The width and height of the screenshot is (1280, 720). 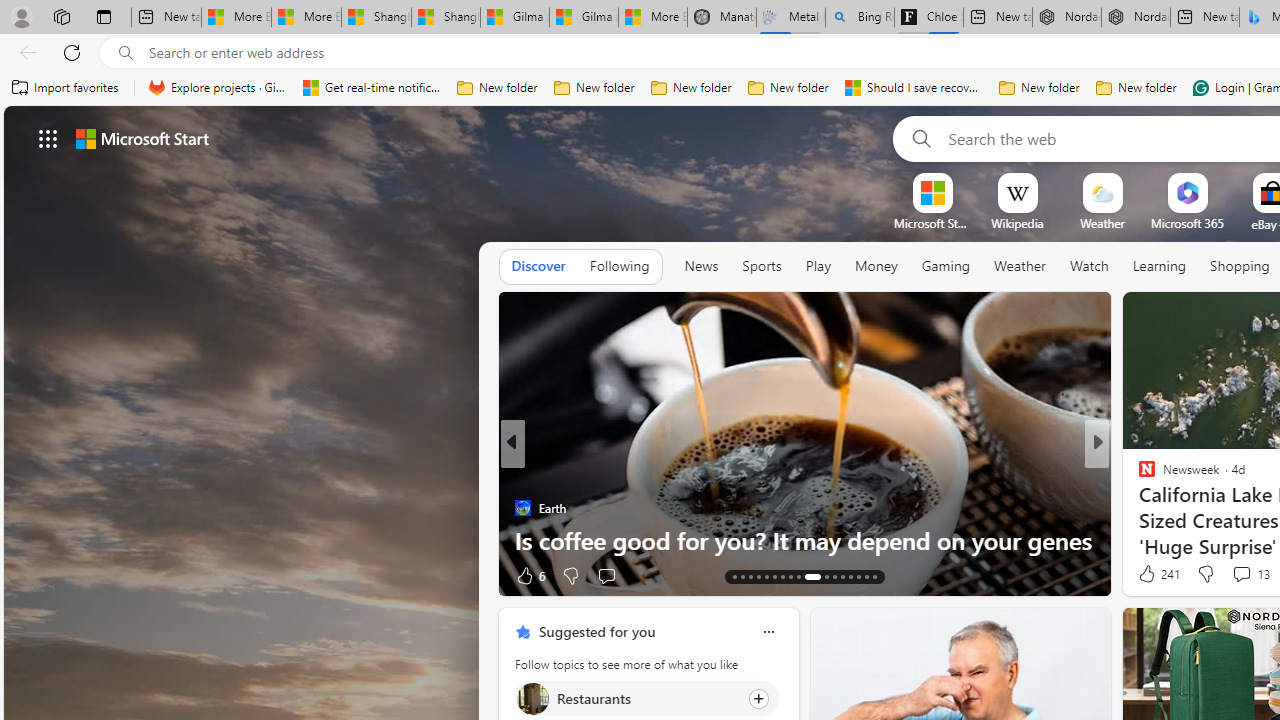 What do you see at coordinates (11, 575) in the screenshot?
I see `'View comments 102 Comment'` at bounding box center [11, 575].